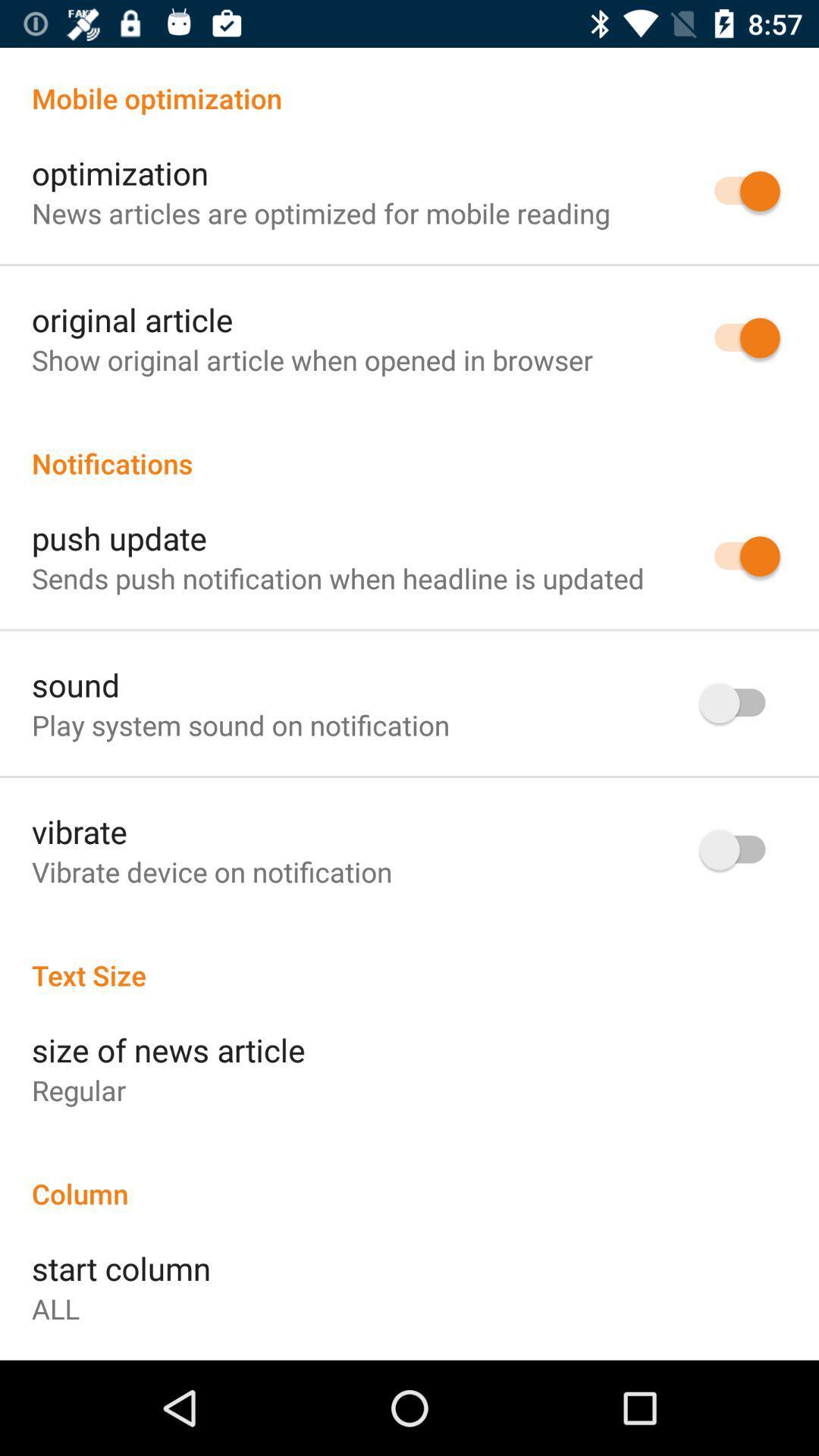 Image resolution: width=819 pixels, height=1456 pixels. What do you see at coordinates (320, 212) in the screenshot?
I see `the news articles are item` at bounding box center [320, 212].